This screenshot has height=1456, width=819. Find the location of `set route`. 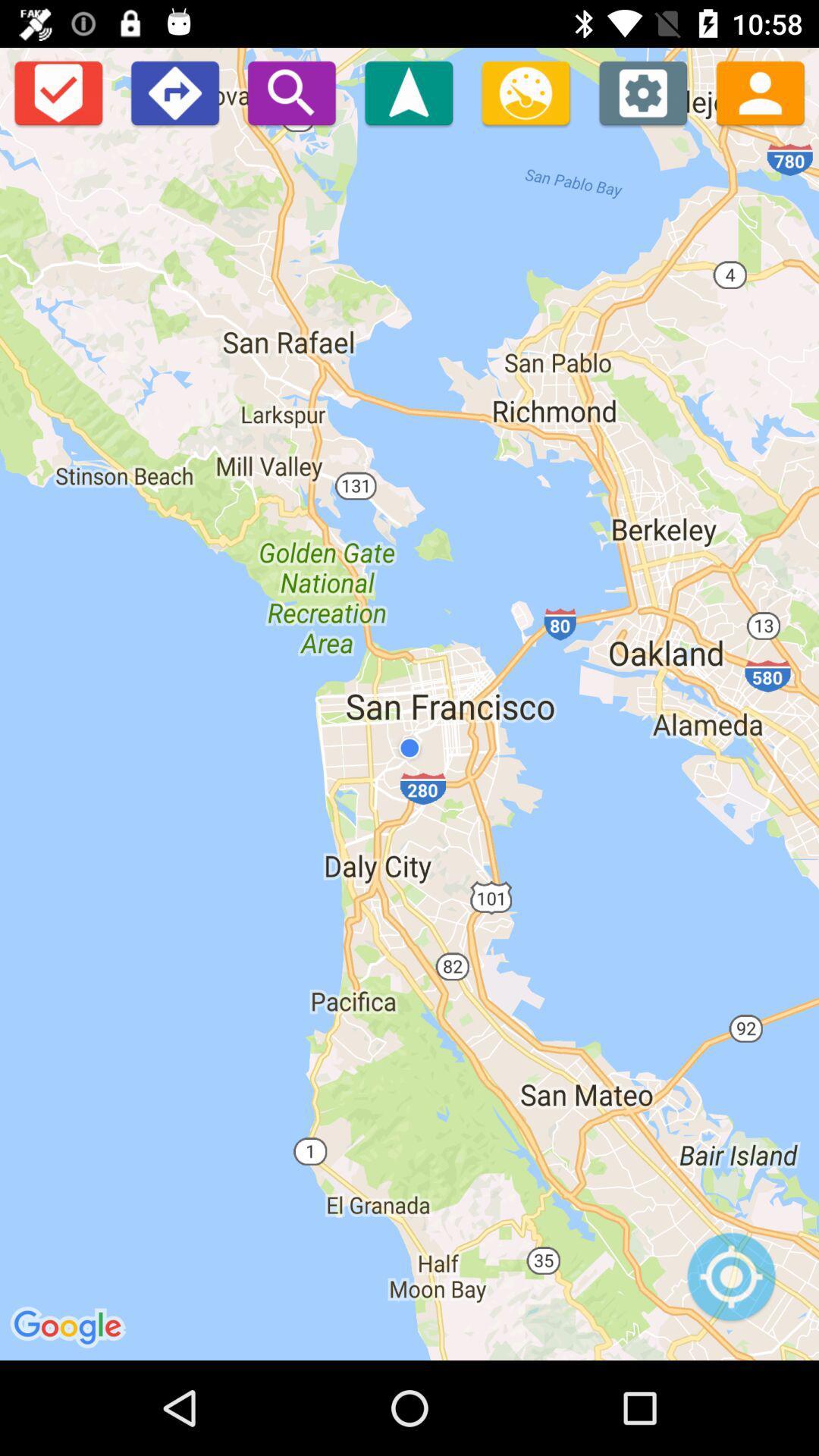

set route is located at coordinates (174, 92).